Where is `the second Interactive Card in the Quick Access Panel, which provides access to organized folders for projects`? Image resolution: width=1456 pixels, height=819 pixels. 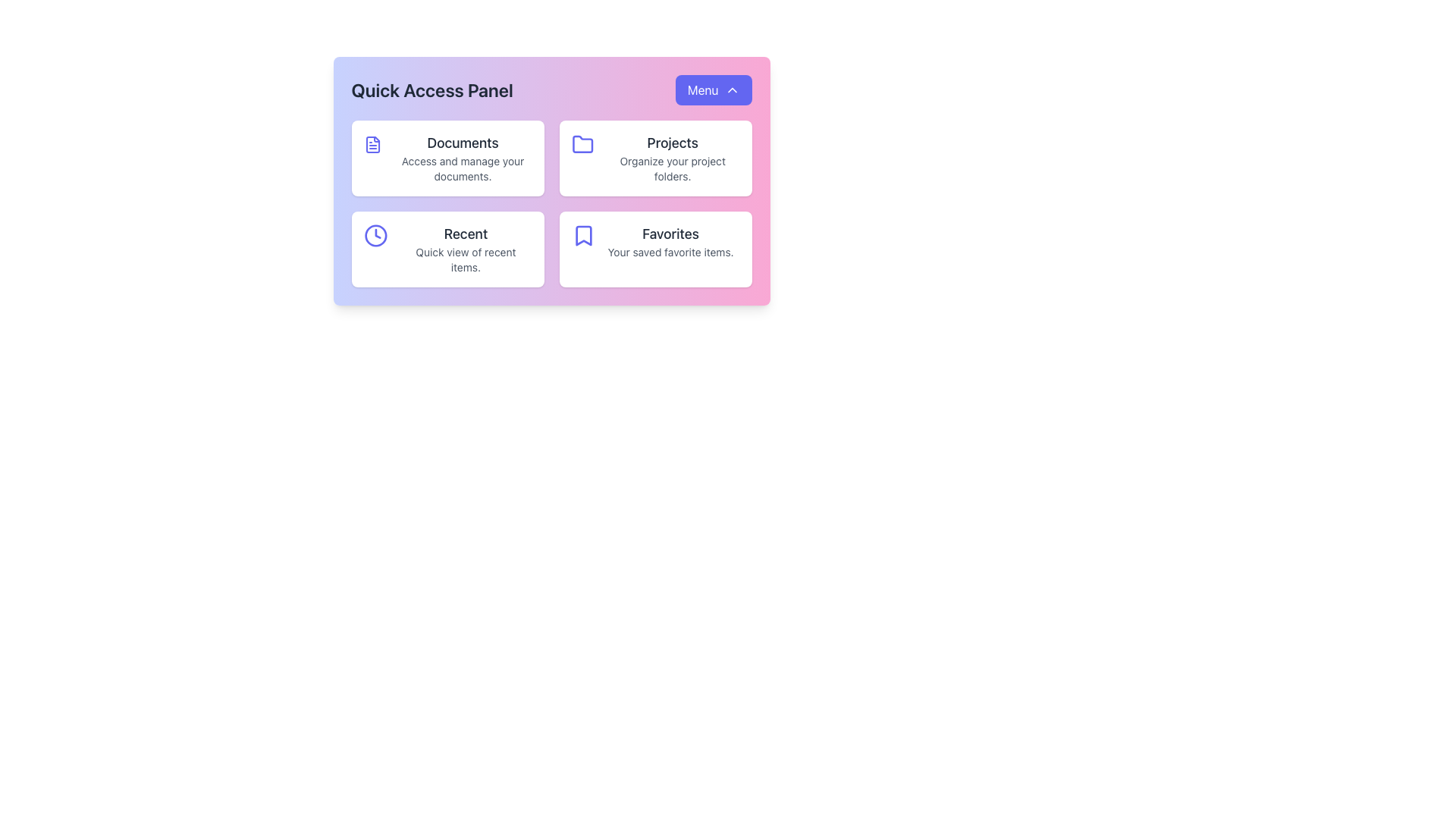 the second Interactive Card in the Quick Access Panel, which provides access to organized folders for projects is located at coordinates (655, 158).